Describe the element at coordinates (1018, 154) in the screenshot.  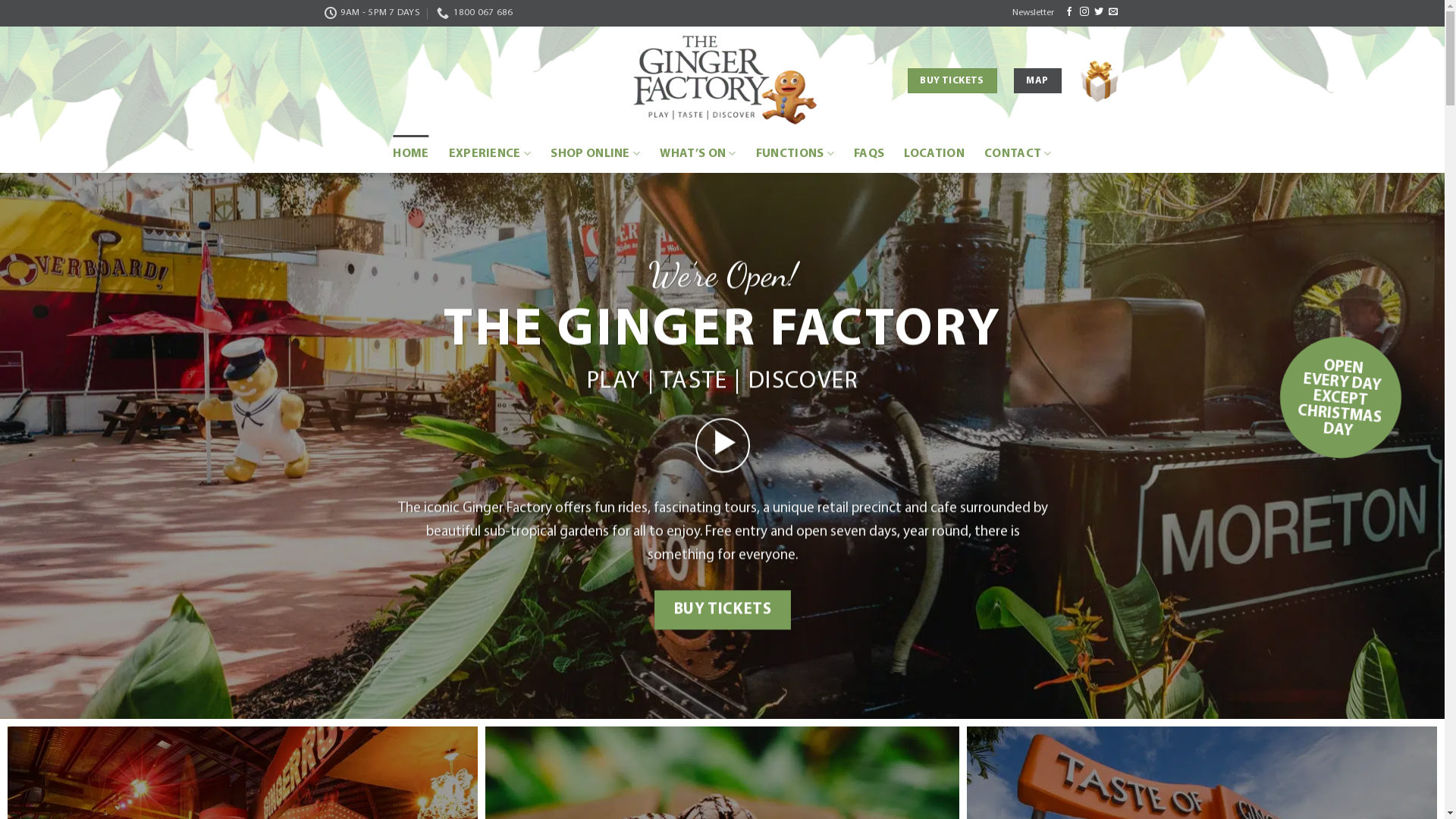
I see `'CONTACT'` at that location.